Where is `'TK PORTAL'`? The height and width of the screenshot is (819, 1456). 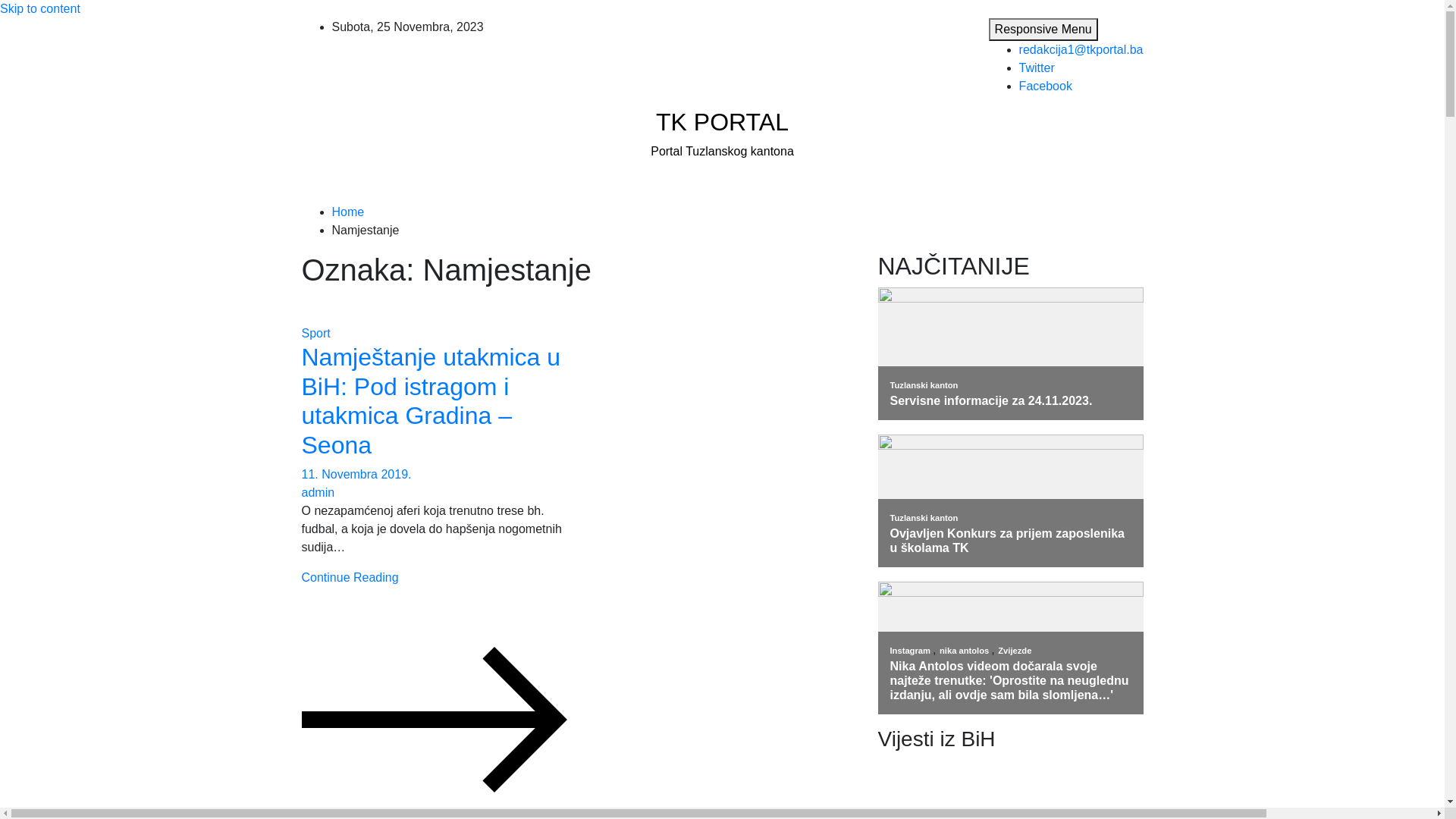
'TK PORTAL' is located at coordinates (721, 121).